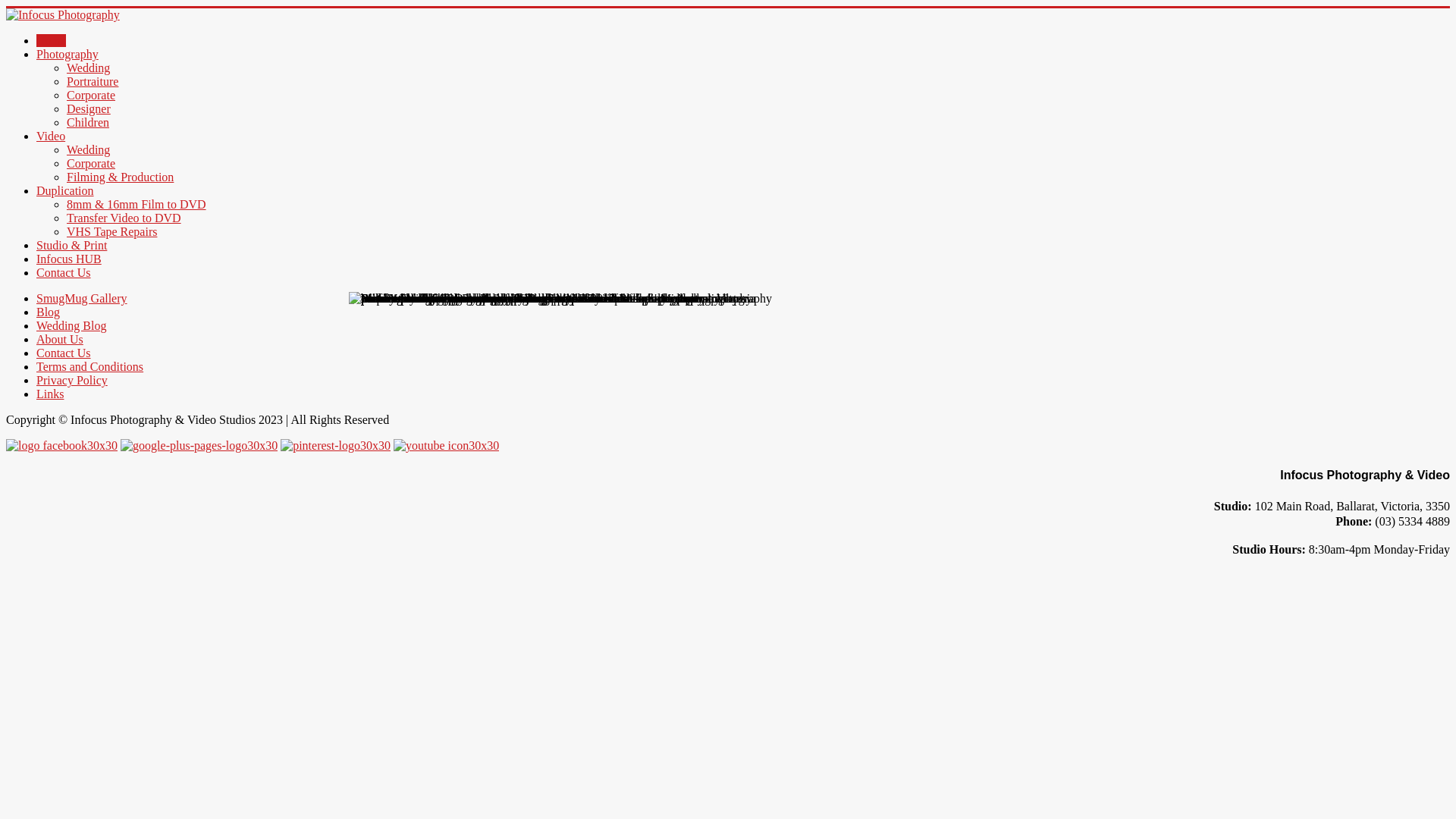 This screenshot has height=819, width=1456. What do you see at coordinates (89, 366) in the screenshot?
I see `'Terms and Conditions'` at bounding box center [89, 366].